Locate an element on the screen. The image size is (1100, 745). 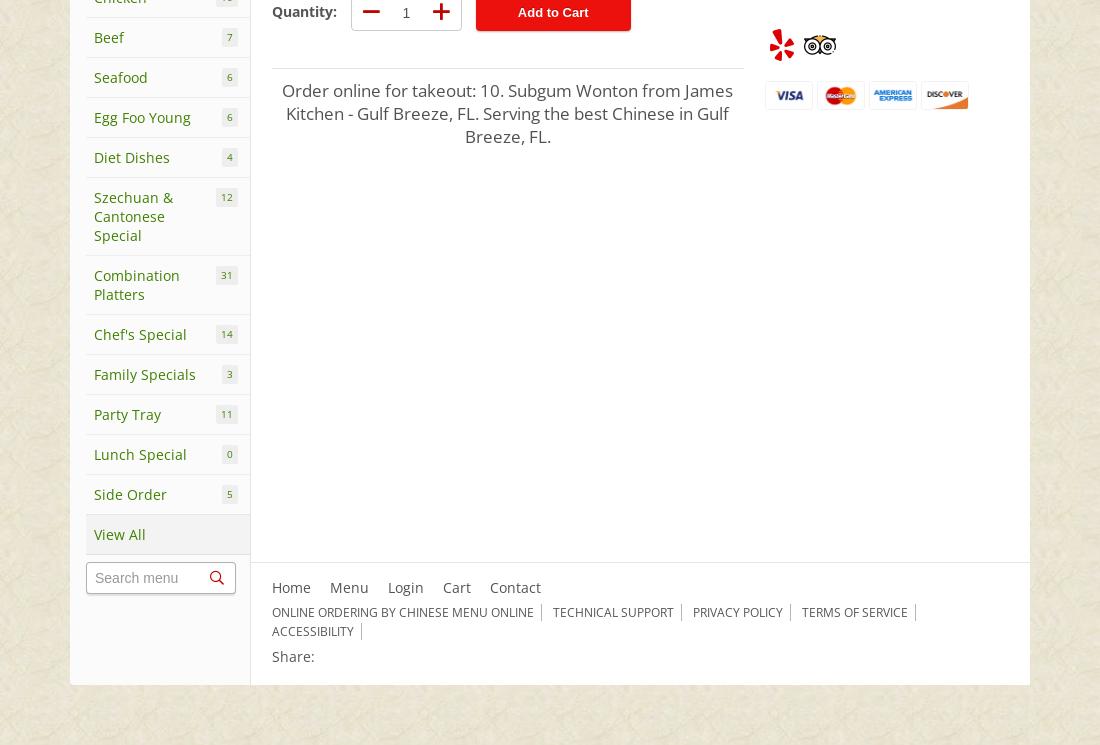
'0' is located at coordinates (226, 453).